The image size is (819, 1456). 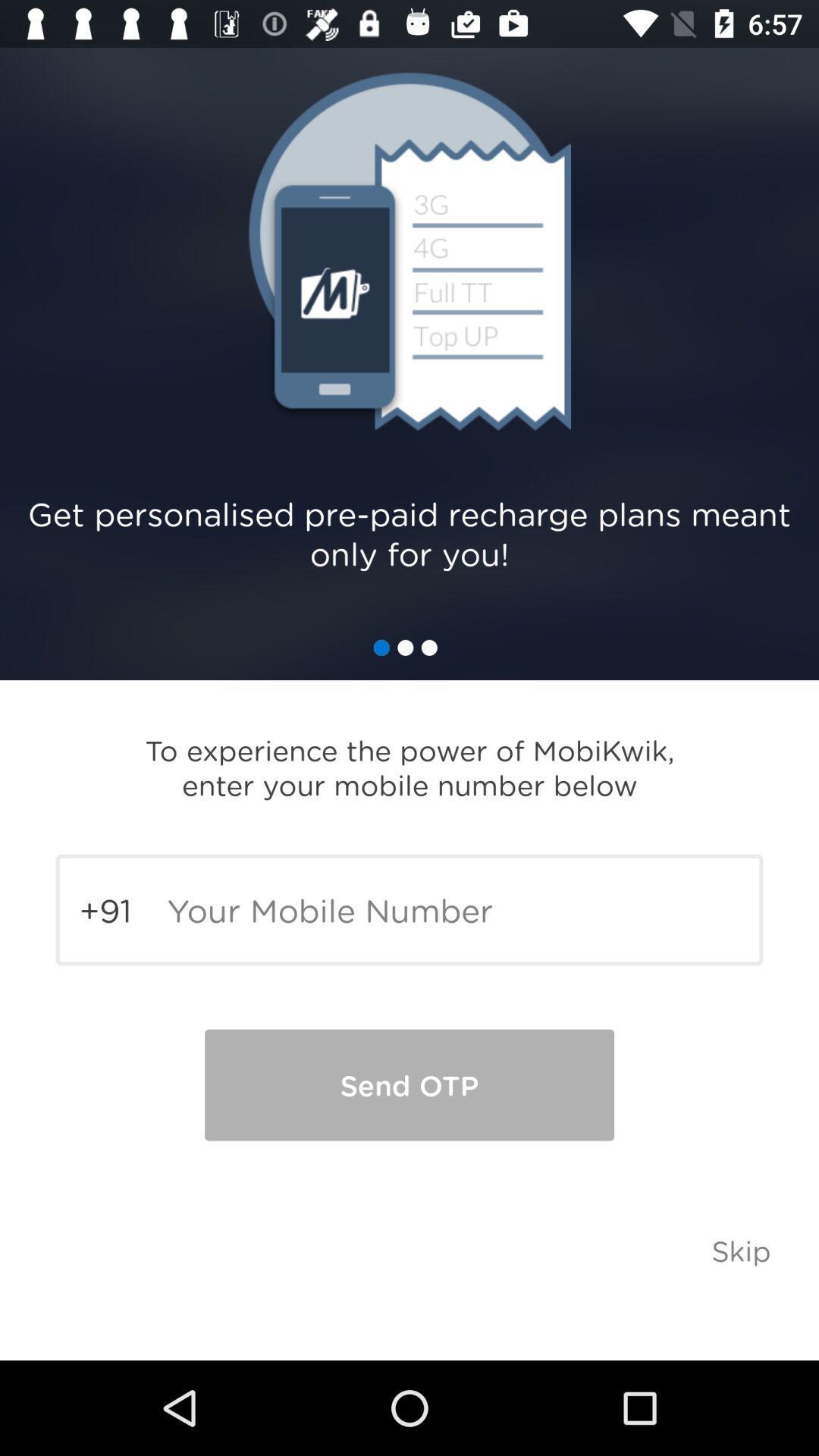 What do you see at coordinates (740, 1250) in the screenshot?
I see `the skip` at bounding box center [740, 1250].